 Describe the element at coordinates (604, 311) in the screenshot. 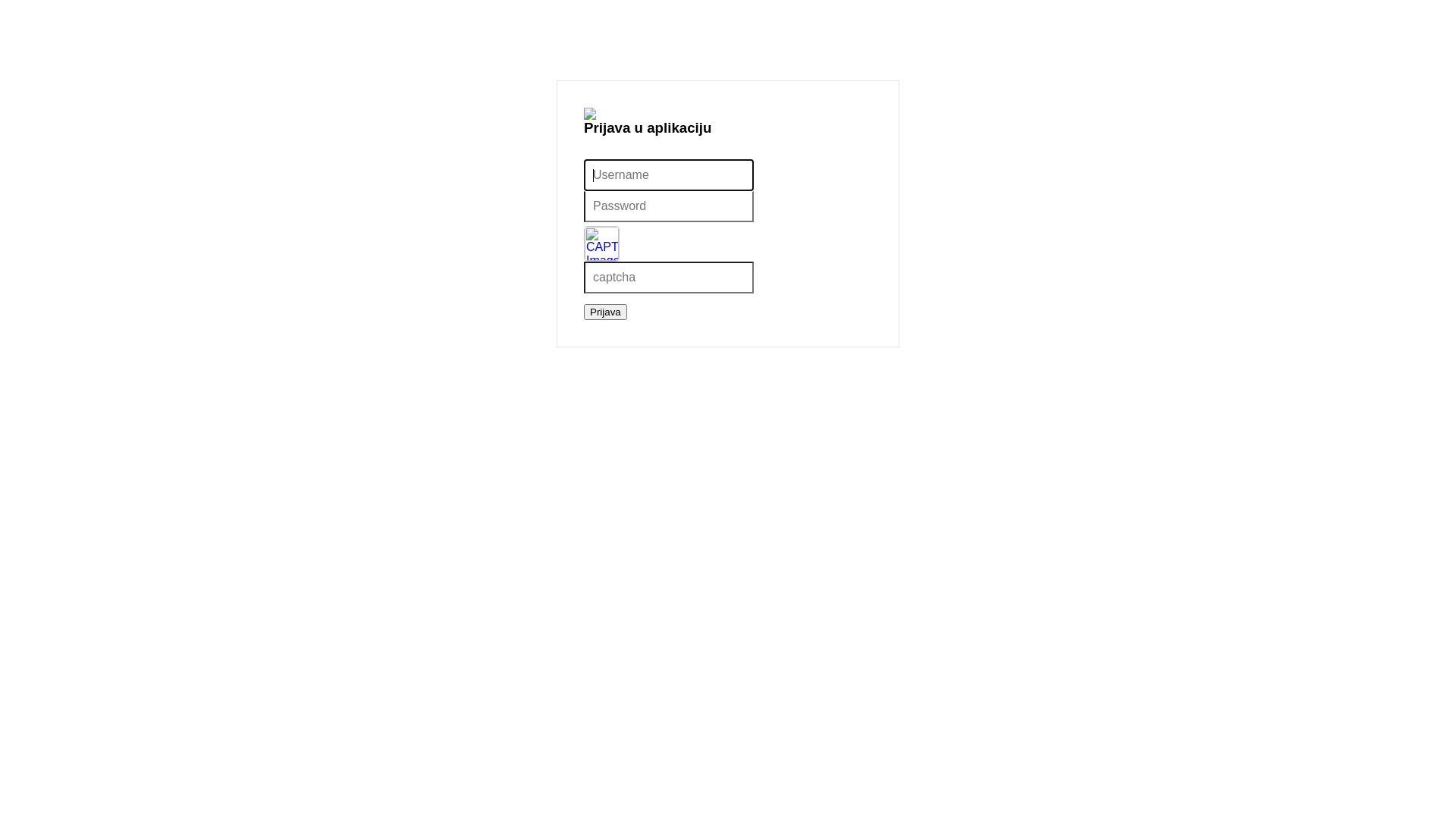

I see `'Prijava'` at that location.